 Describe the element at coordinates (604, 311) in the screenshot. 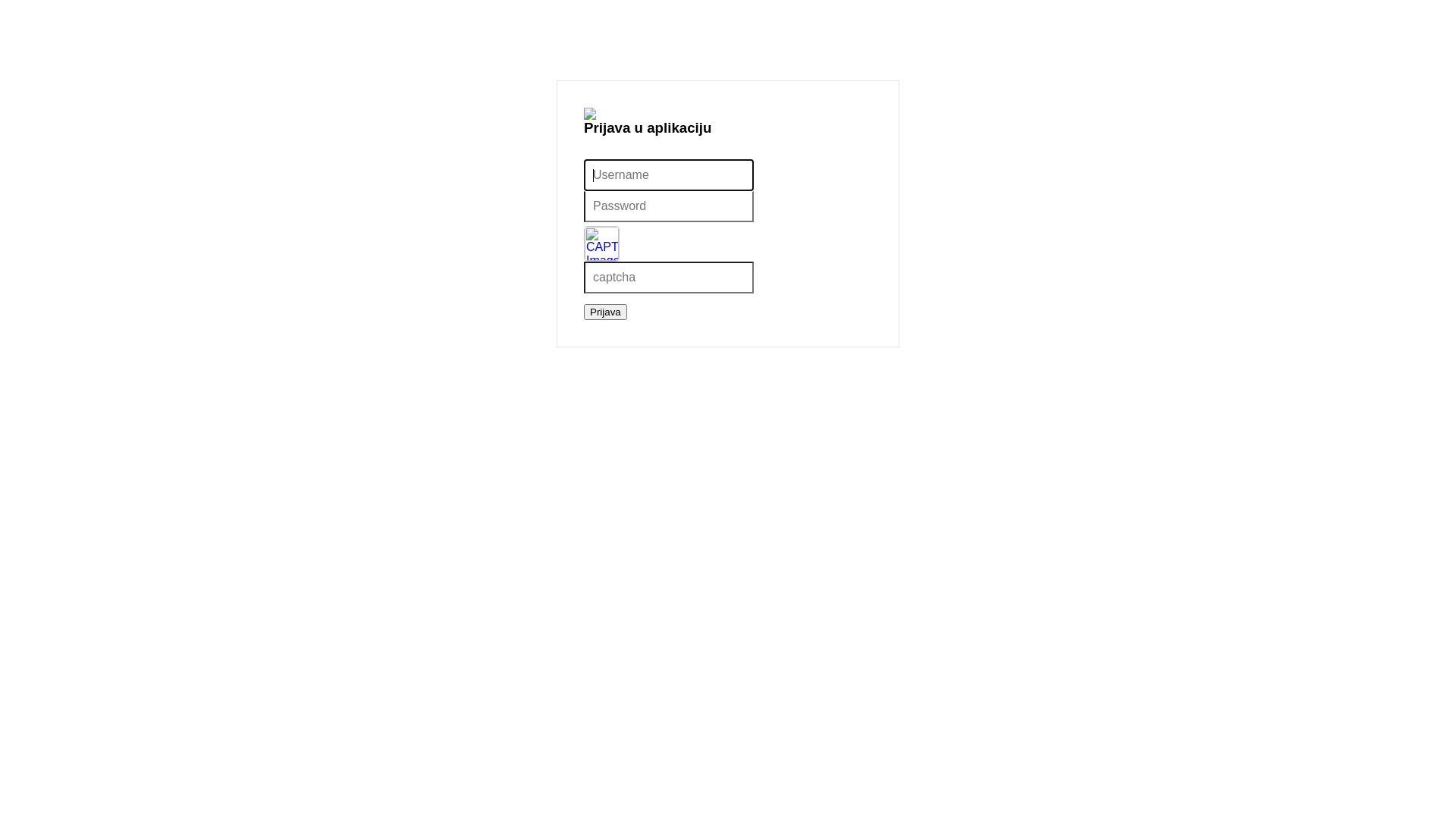

I see `'Prijava'` at that location.